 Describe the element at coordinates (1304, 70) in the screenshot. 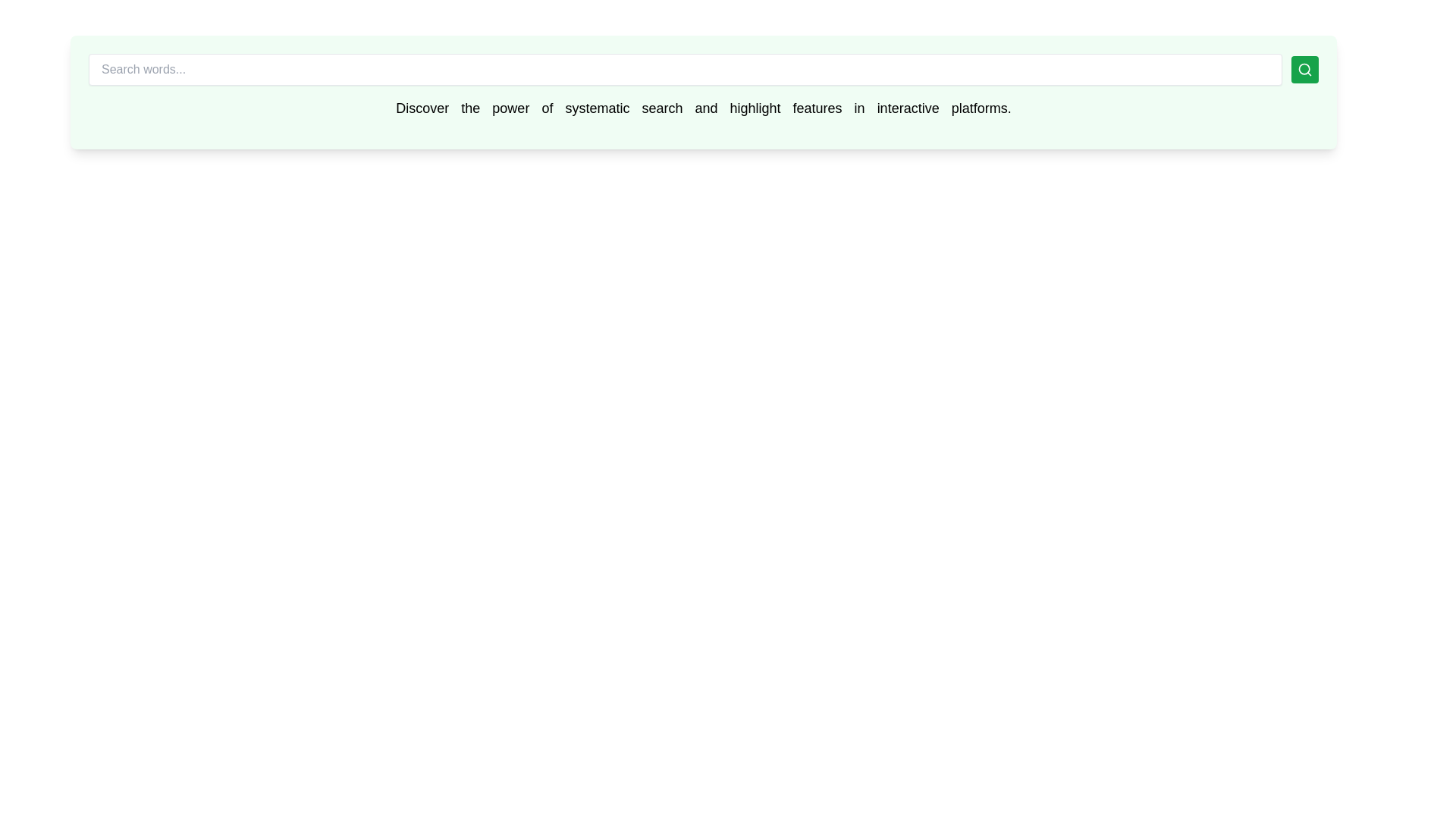

I see `the search icon, which is represented by a circular green button at the right end of the search input bar, to trigger visual feedback` at that location.